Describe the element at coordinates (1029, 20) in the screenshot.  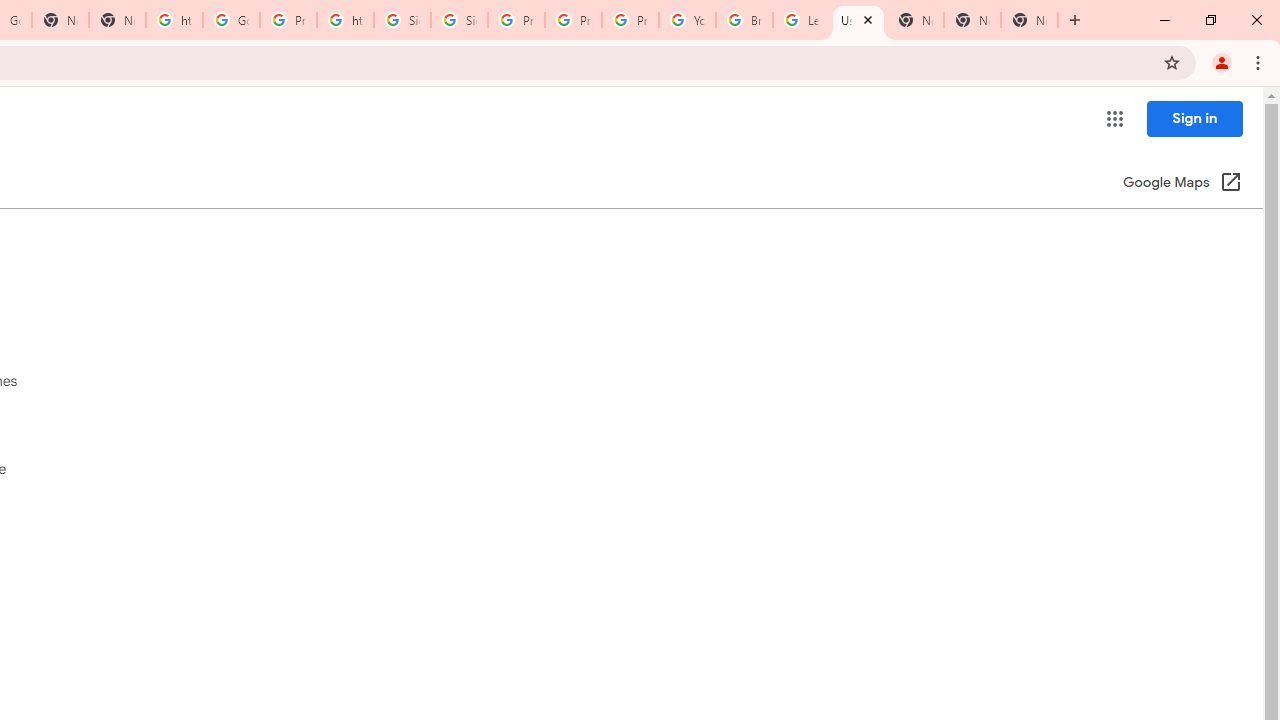
I see `'New Tab'` at that location.